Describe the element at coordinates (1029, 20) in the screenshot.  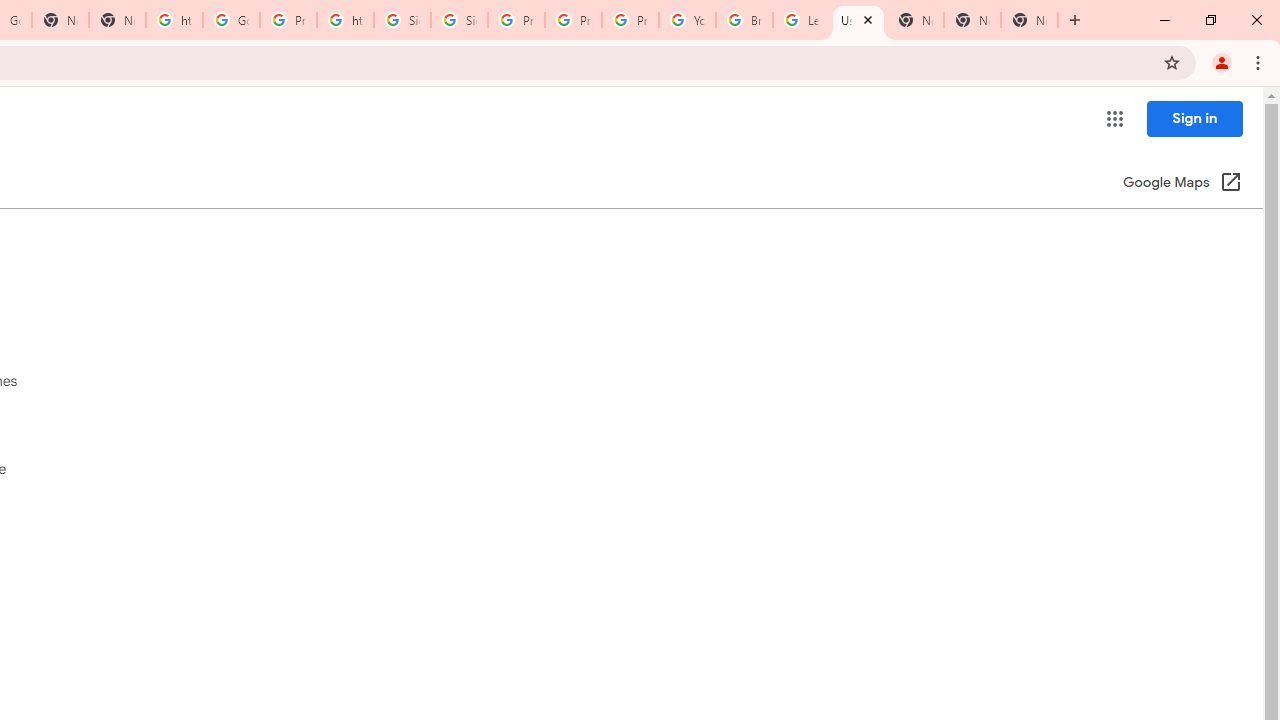
I see `'New Tab'` at that location.